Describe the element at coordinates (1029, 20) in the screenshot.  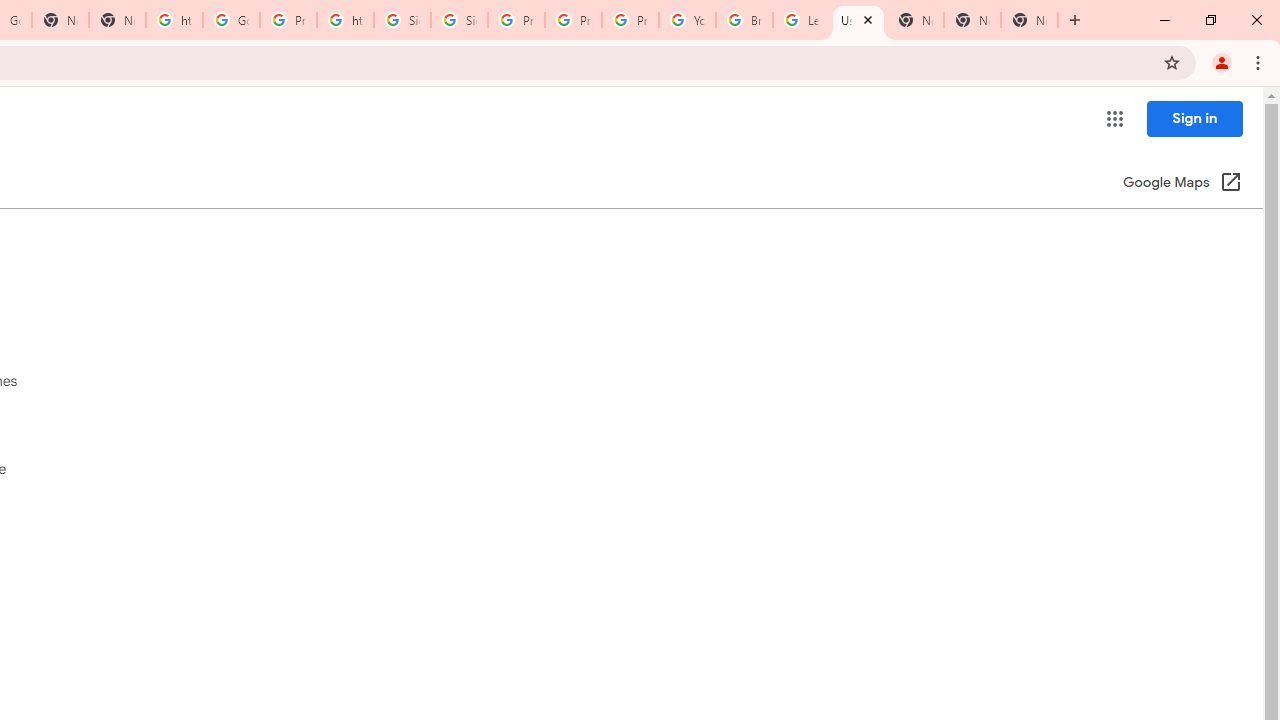
I see `'New Tab'` at that location.